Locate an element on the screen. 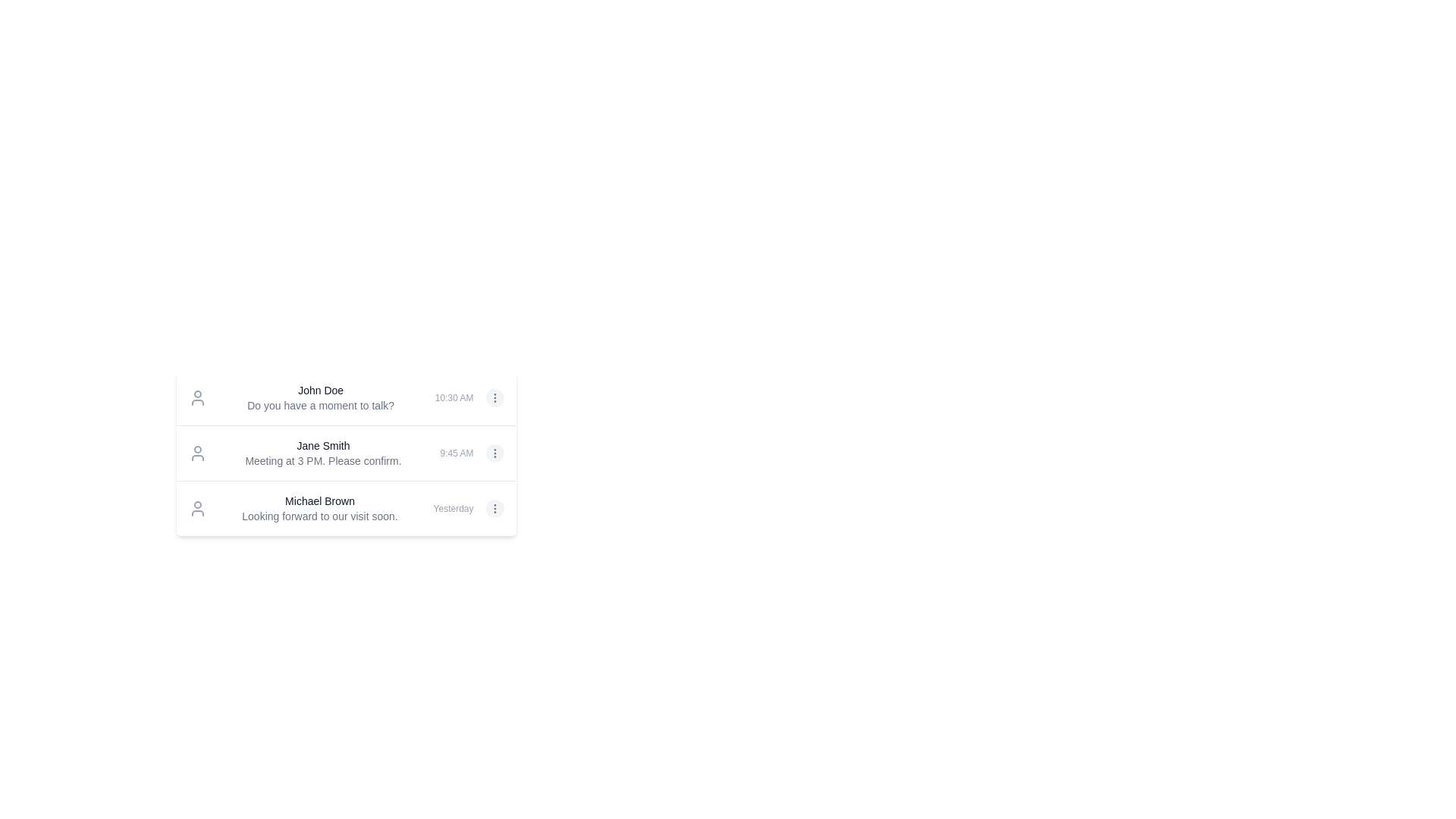  the ellipsis menu icon represented by three vertically aligned dots within a circular button, located in the third row of the list adjacent to the timestamp 'Yesterday' is located at coordinates (494, 509).